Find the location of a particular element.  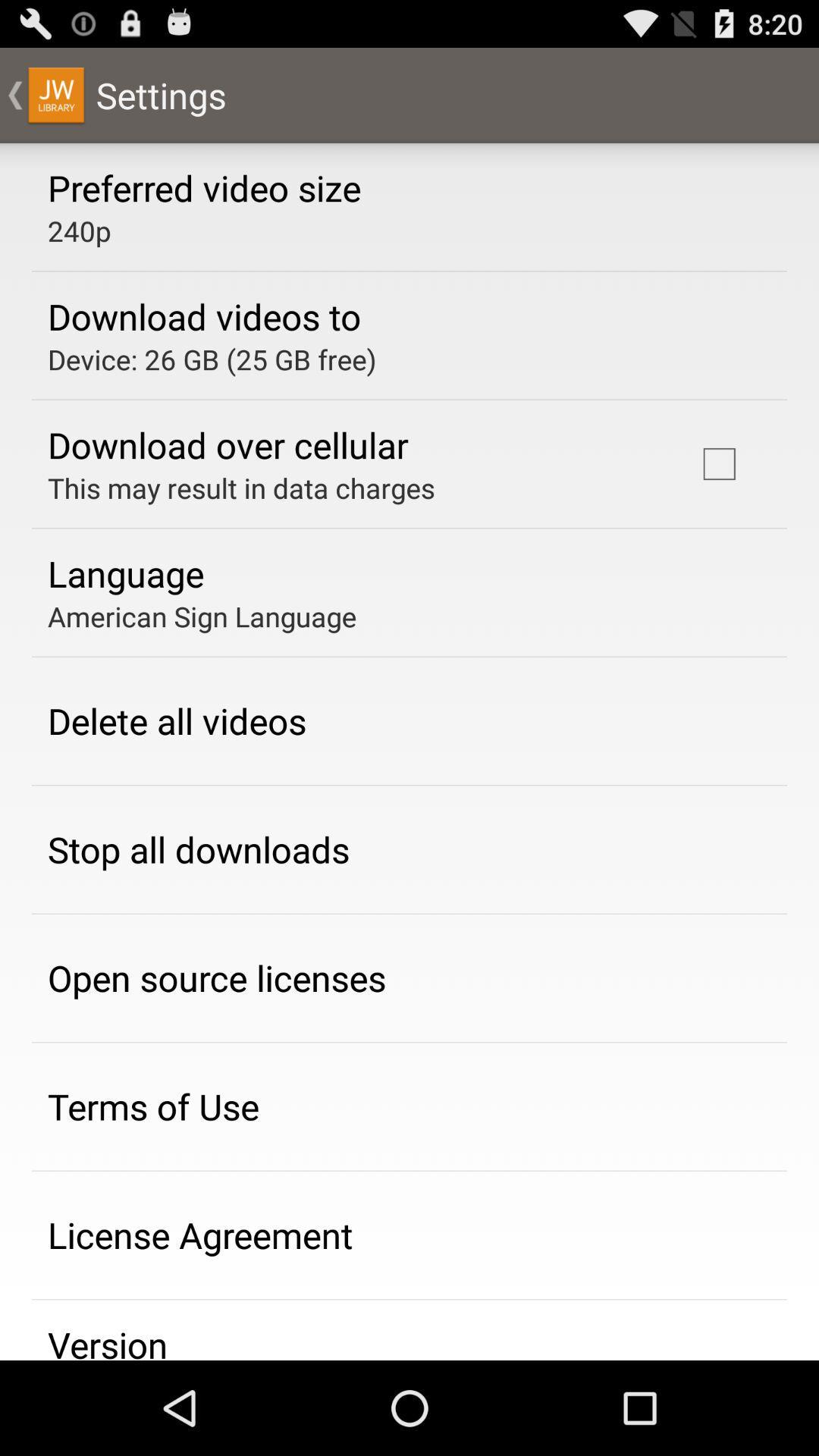

open source licenses item is located at coordinates (217, 977).